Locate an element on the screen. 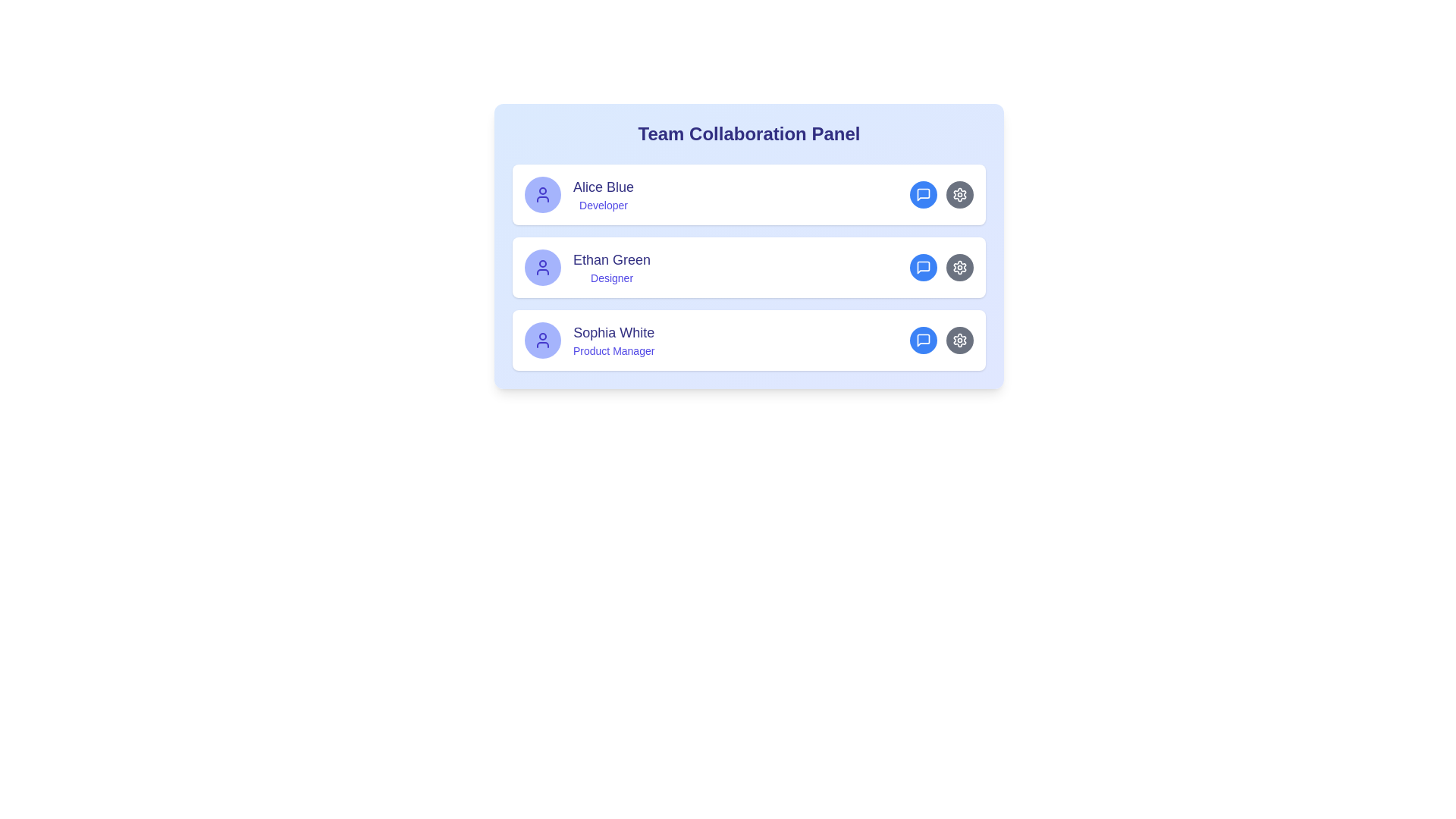 The width and height of the screenshot is (1456, 819). the gear icon located is located at coordinates (959, 339).